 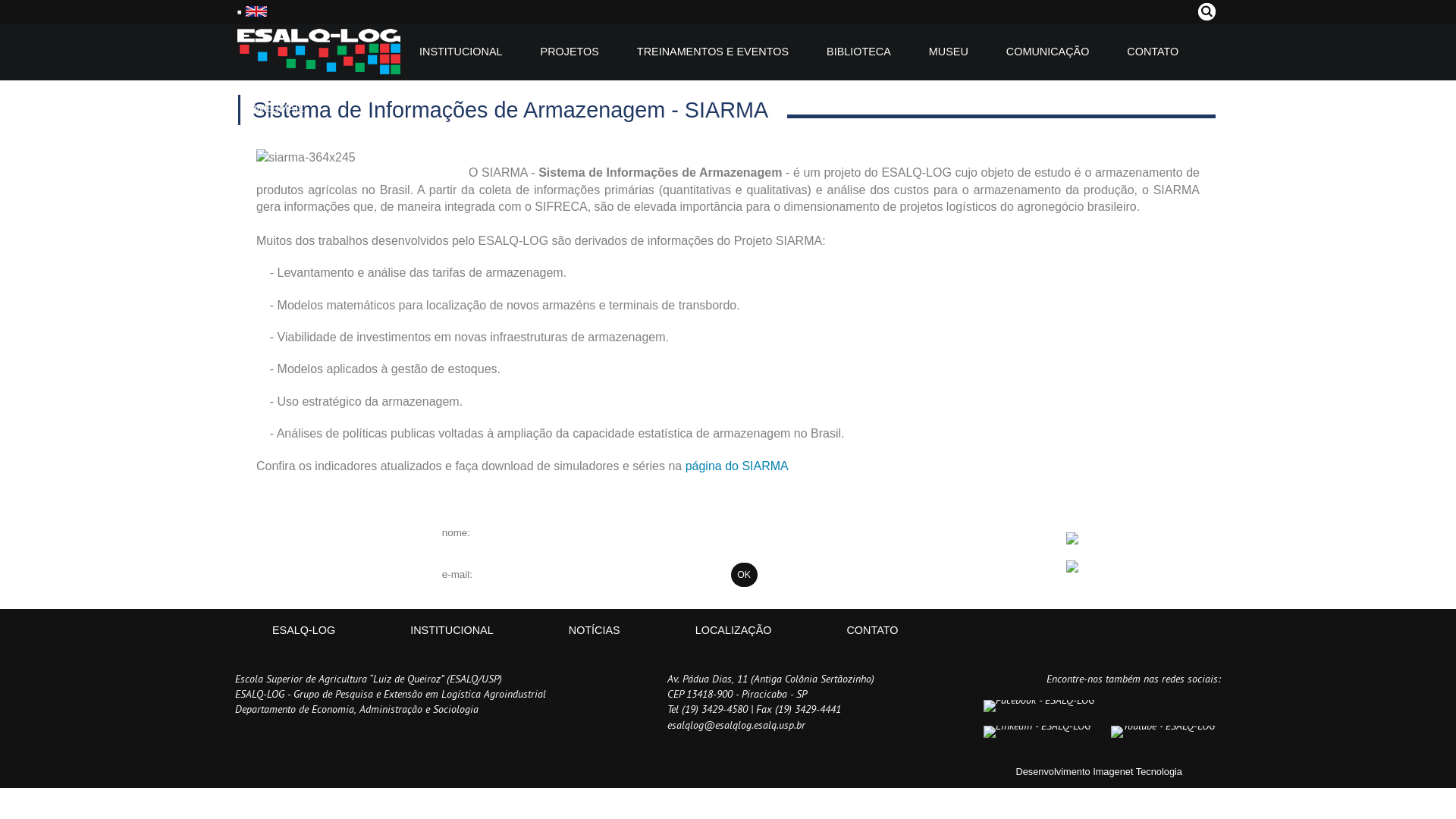 What do you see at coordinates (400, 51) in the screenshot?
I see `'INSTITUCIONAL'` at bounding box center [400, 51].